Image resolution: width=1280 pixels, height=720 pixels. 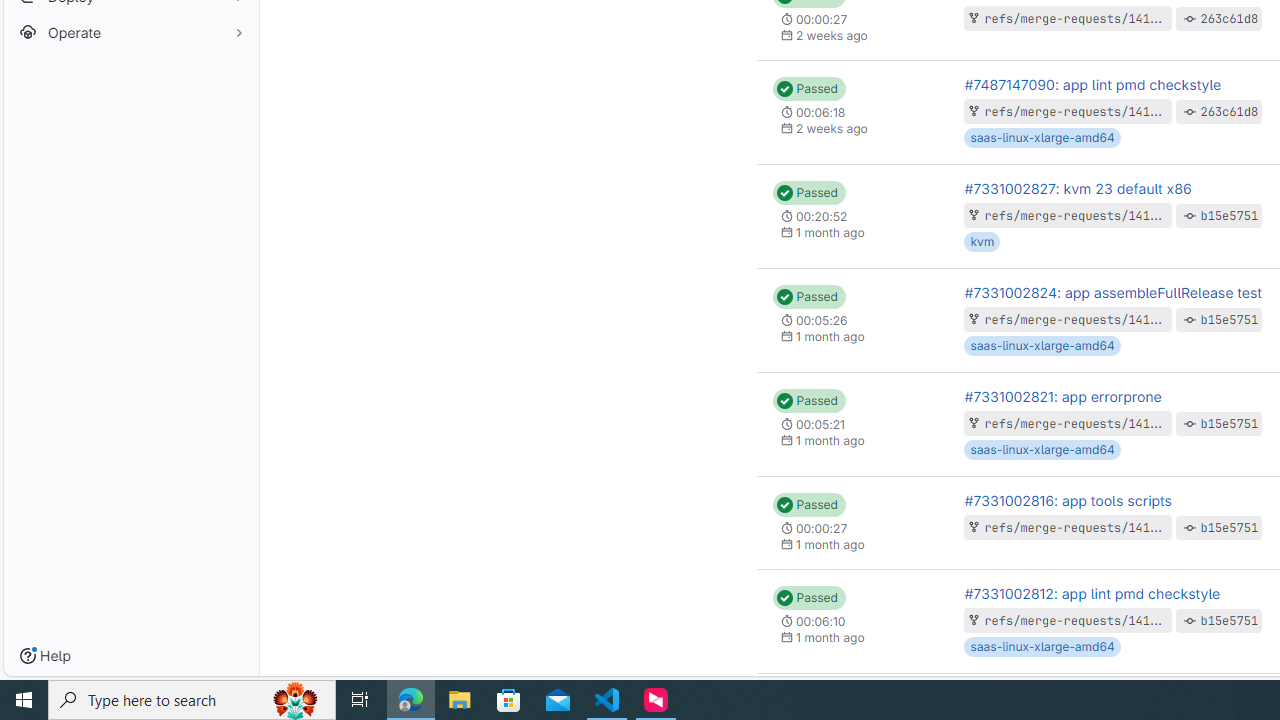 What do you see at coordinates (1088, 111) in the screenshot?
I see `'refs/merge-requests/1411/head'` at bounding box center [1088, 111].